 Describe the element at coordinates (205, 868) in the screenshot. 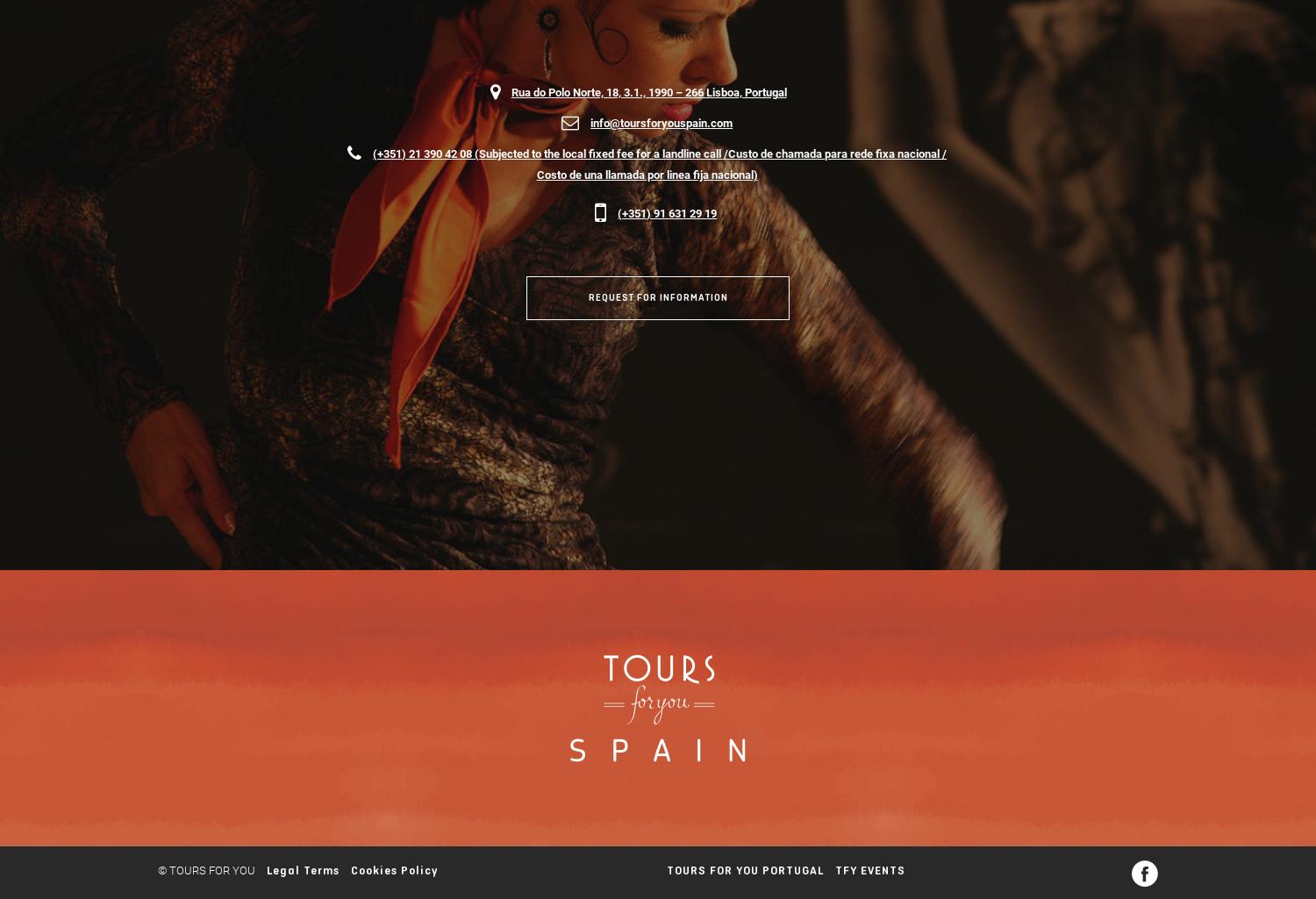

I see `'© TOURS FOR YOU'` at that location.